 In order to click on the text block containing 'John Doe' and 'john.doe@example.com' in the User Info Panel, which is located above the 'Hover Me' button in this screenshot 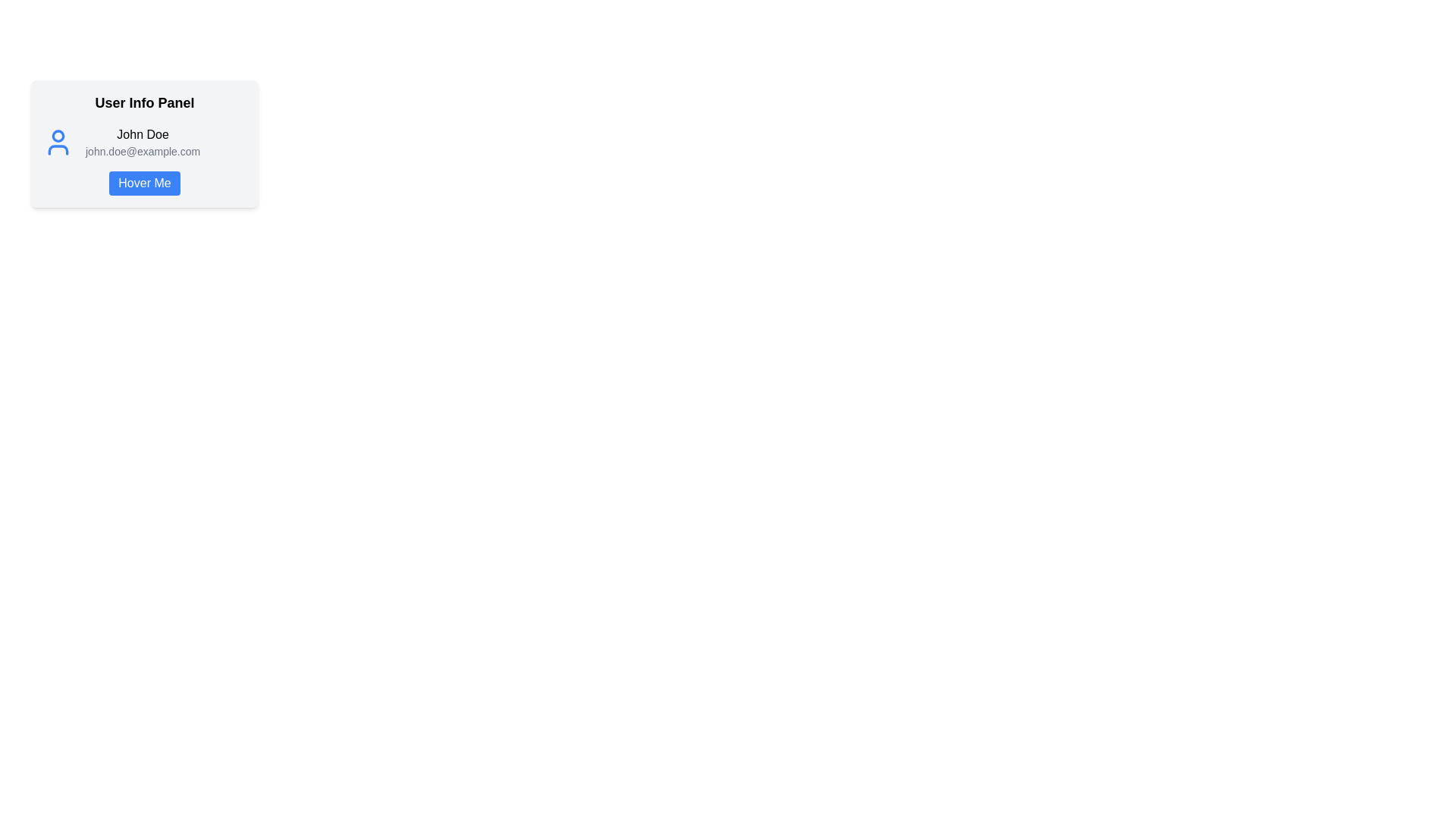, I will do `click(143, 143)`.